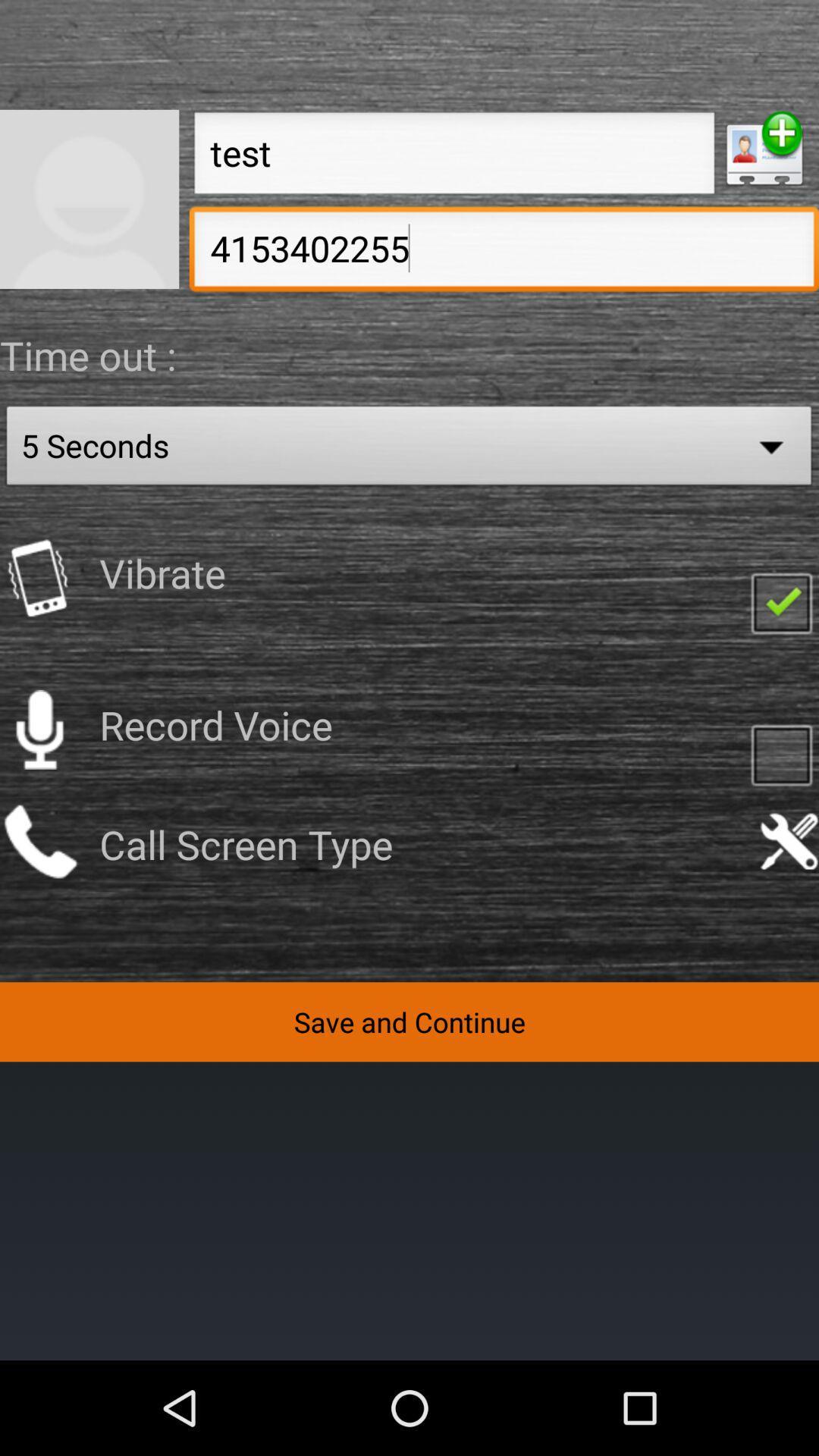  I want to click on record voice, so click(39, 730).